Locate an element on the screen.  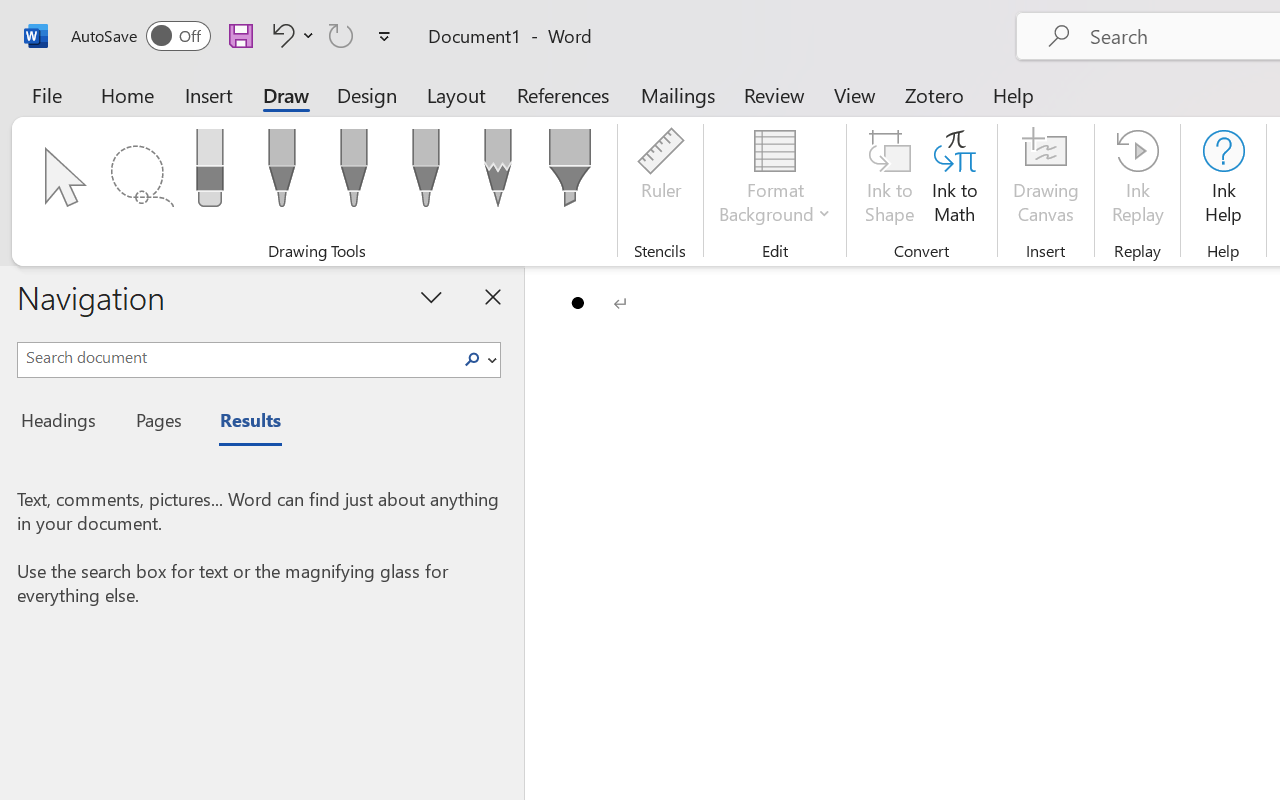
'Ink to Math' is located at coordinates (953, 179).